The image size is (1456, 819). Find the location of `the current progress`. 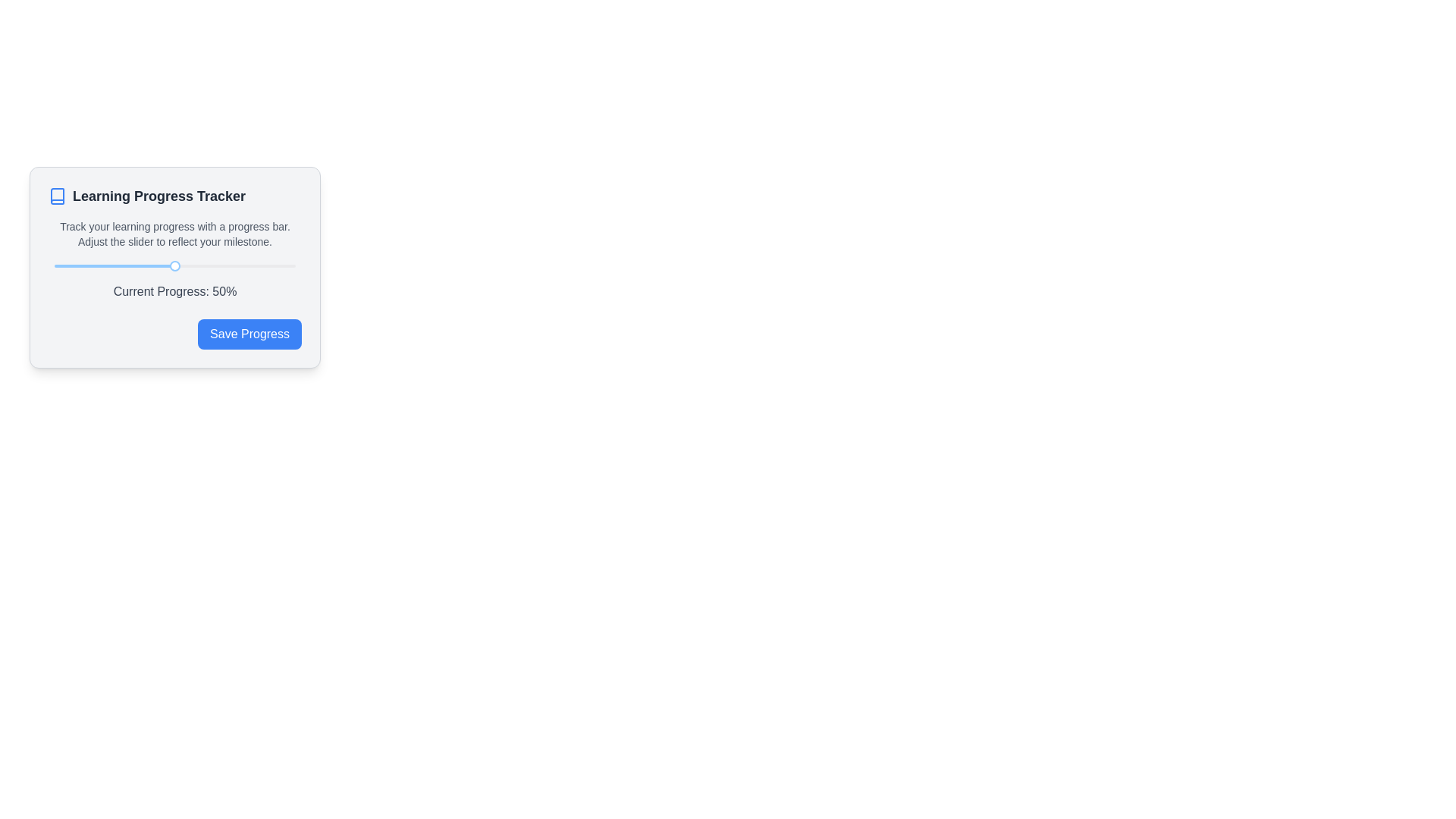

the current progress is located at coordinates (174, 265).